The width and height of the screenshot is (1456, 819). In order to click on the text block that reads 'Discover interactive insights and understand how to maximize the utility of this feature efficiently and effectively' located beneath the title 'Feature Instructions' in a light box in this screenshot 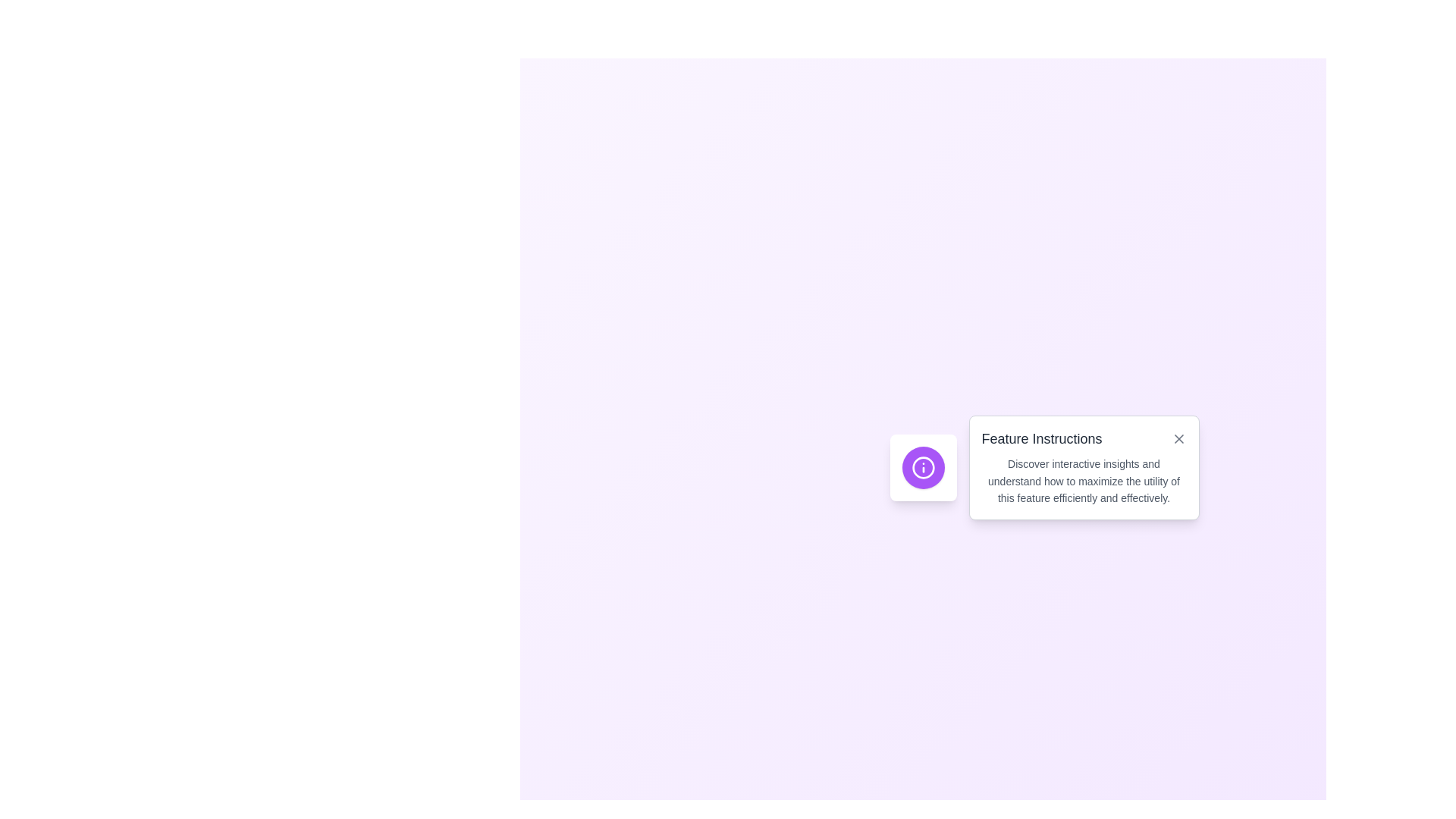, I will do `click(1083, 482)`.